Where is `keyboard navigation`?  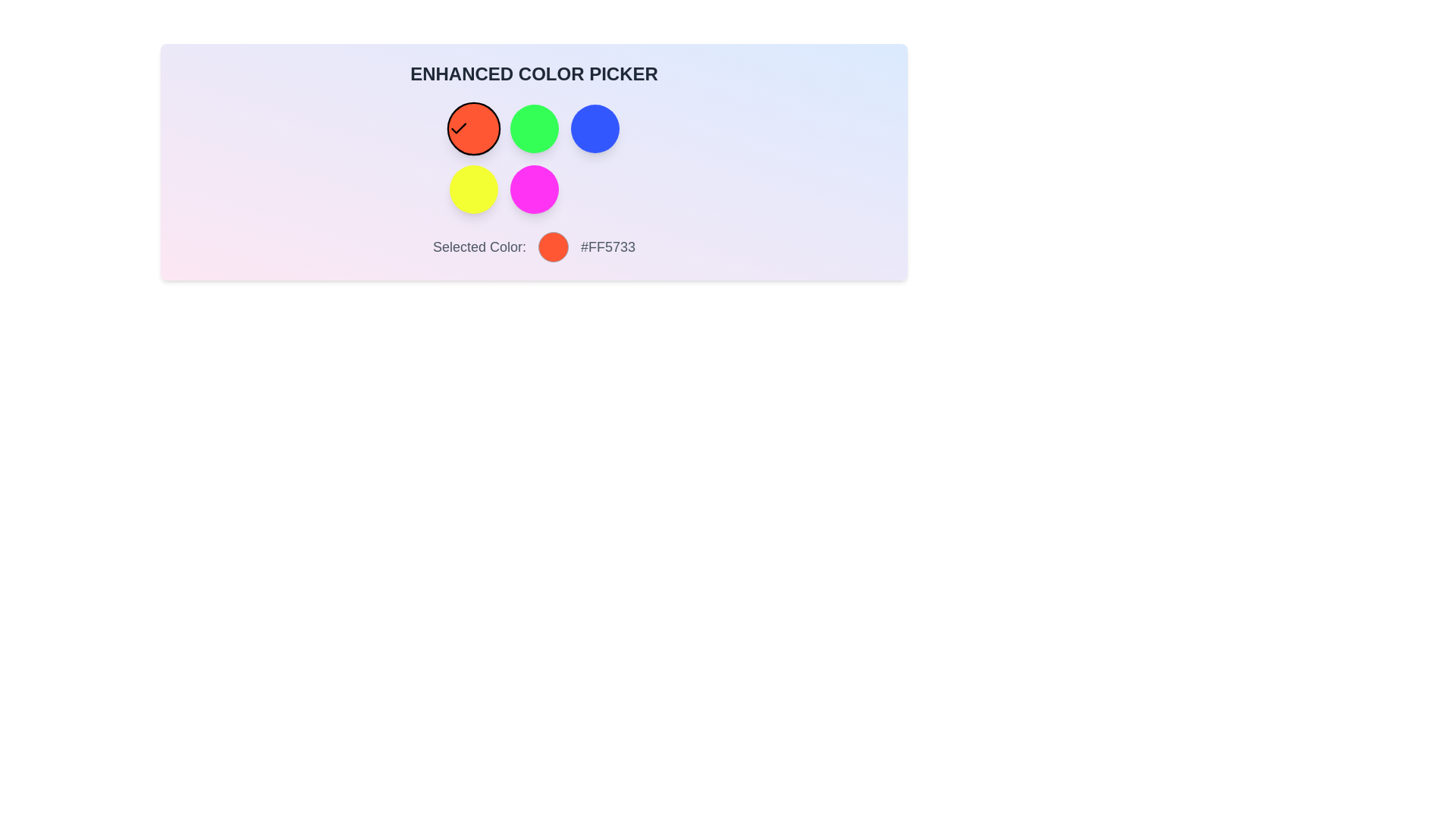
keyboard navigation is located at coordinates (534, 127).